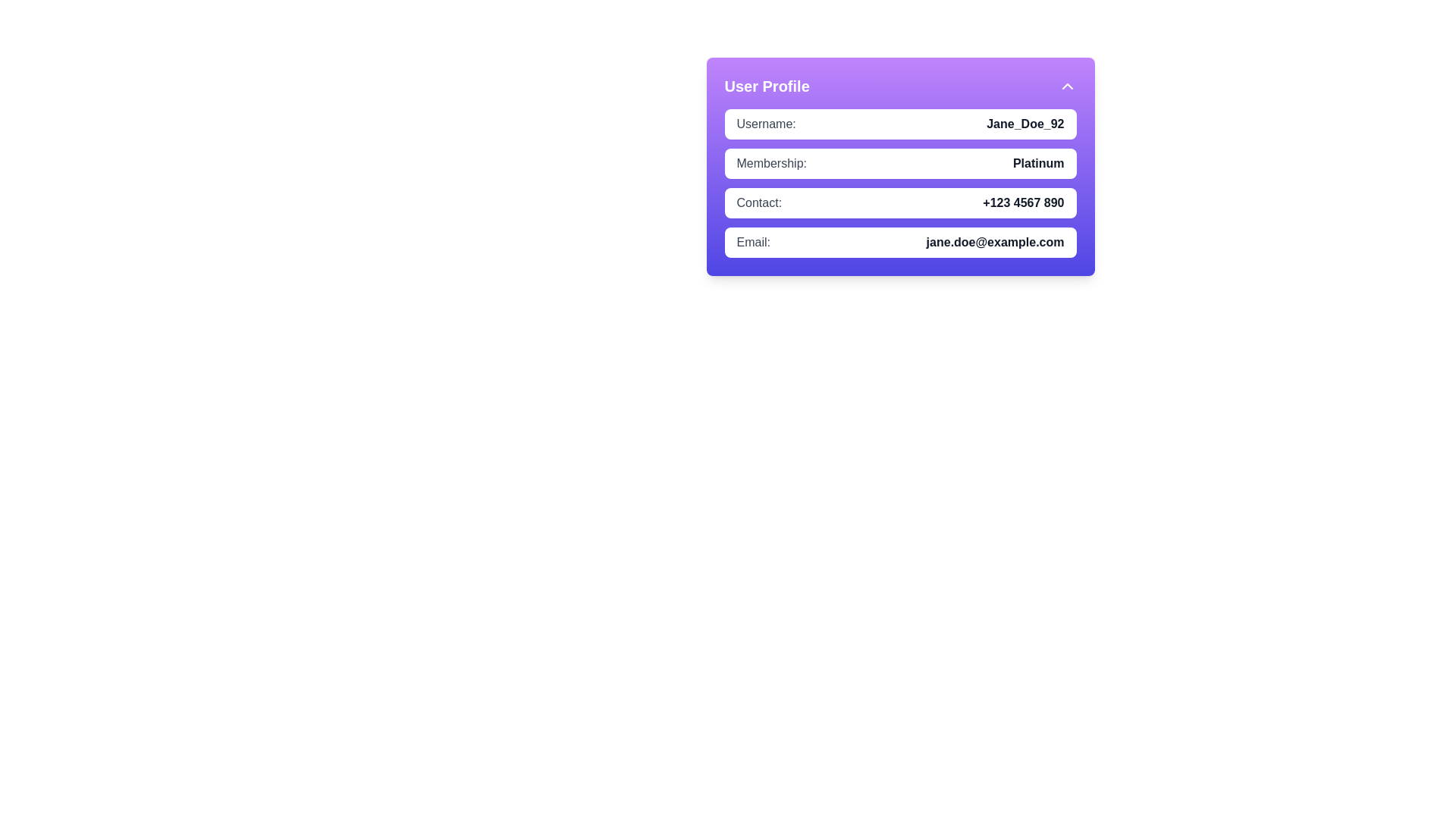 The width and height of the screenshot is (1456, 819). Describe the element at coordinates (771, 164) in the screenshot. I see `the text label 'Membership:' which is styled in gray and positioned to the left of 'Platinum' in the Membership section of the user profile card` at that location.